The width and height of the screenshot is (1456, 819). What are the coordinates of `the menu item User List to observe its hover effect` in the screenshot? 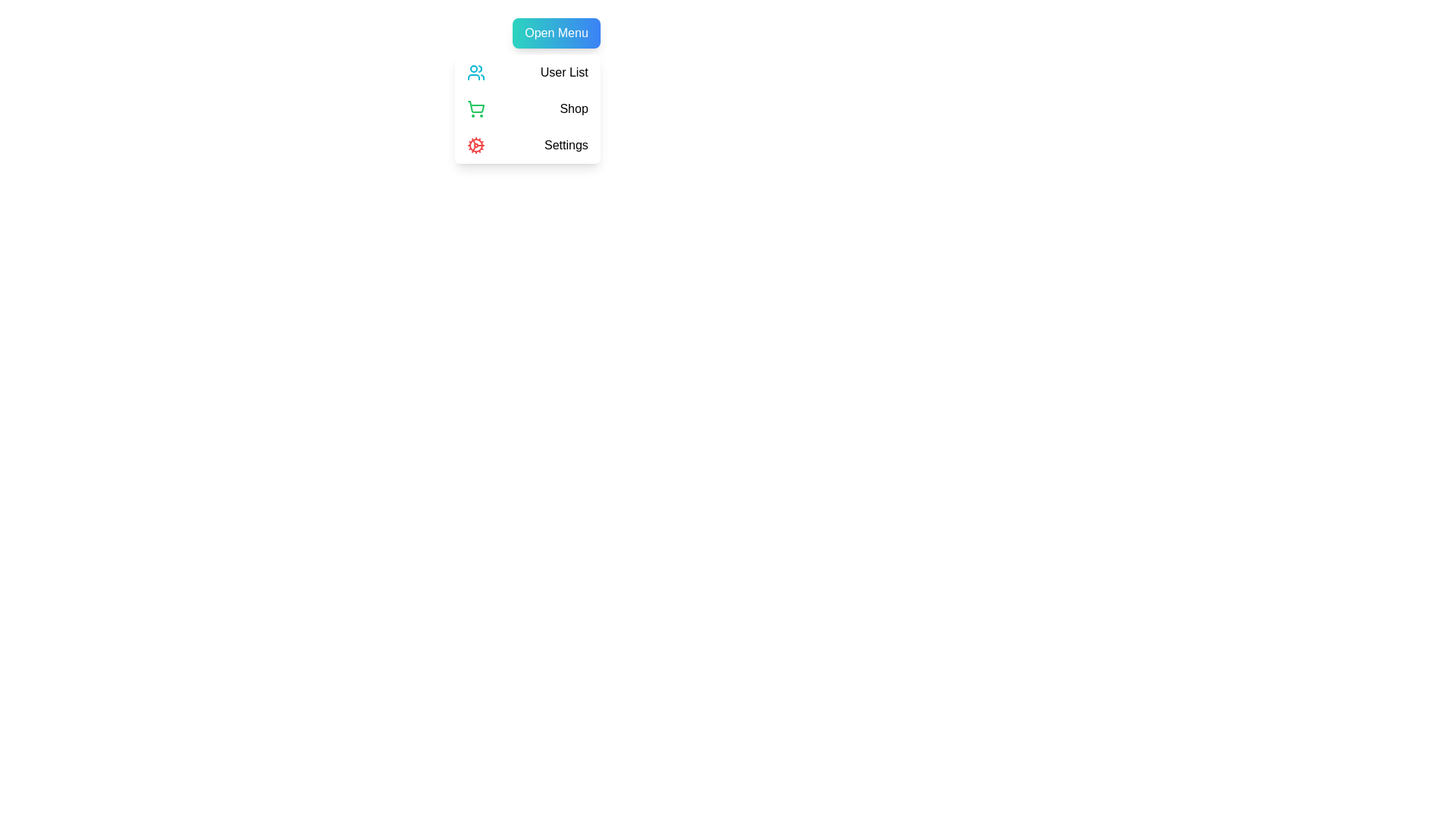 It's located at (527, 73).